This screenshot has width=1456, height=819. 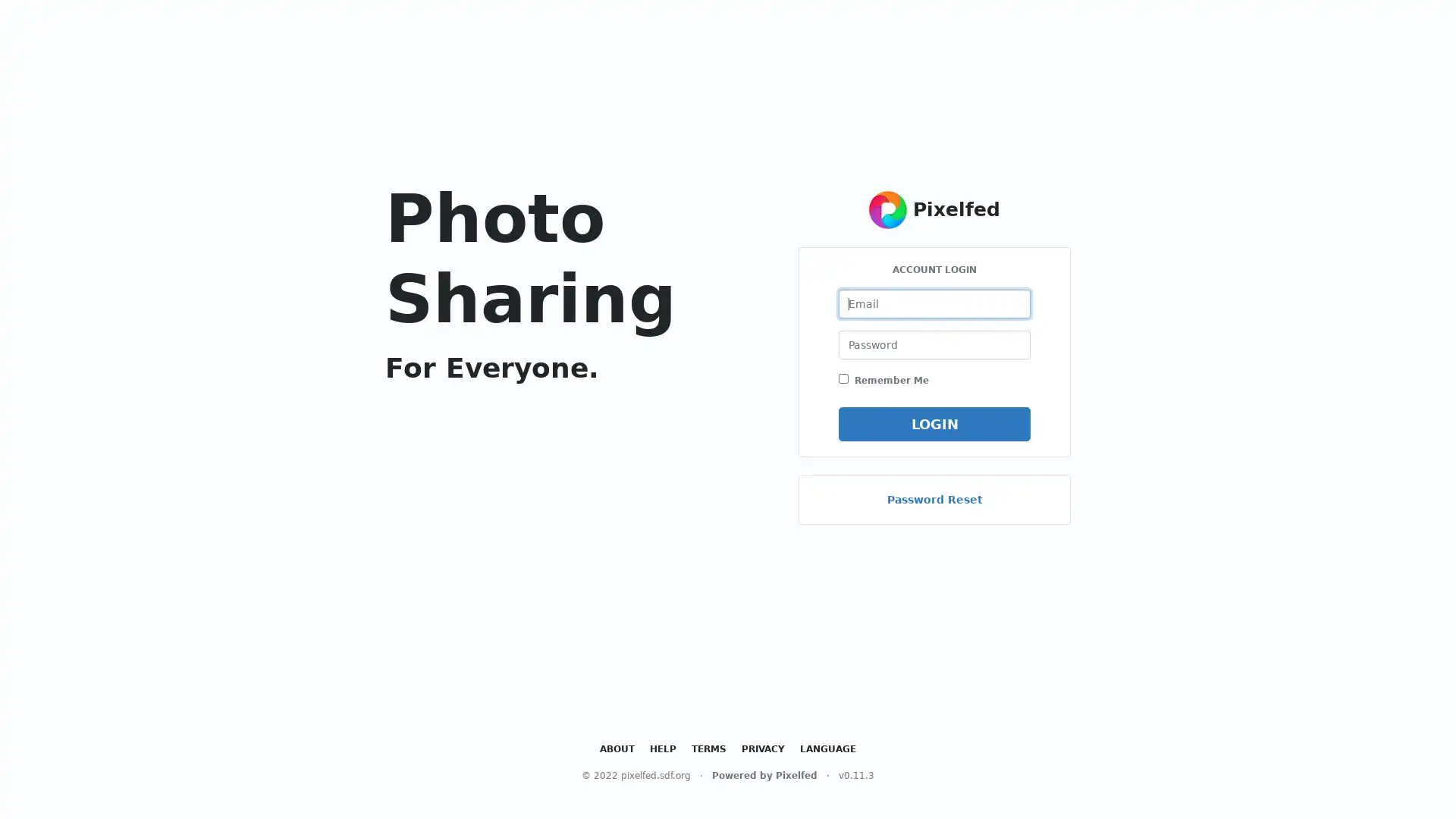 What do you see at coordinates (934, 423) in the screenshot?
I see `LOGIN` at bounding box center [934, 423].